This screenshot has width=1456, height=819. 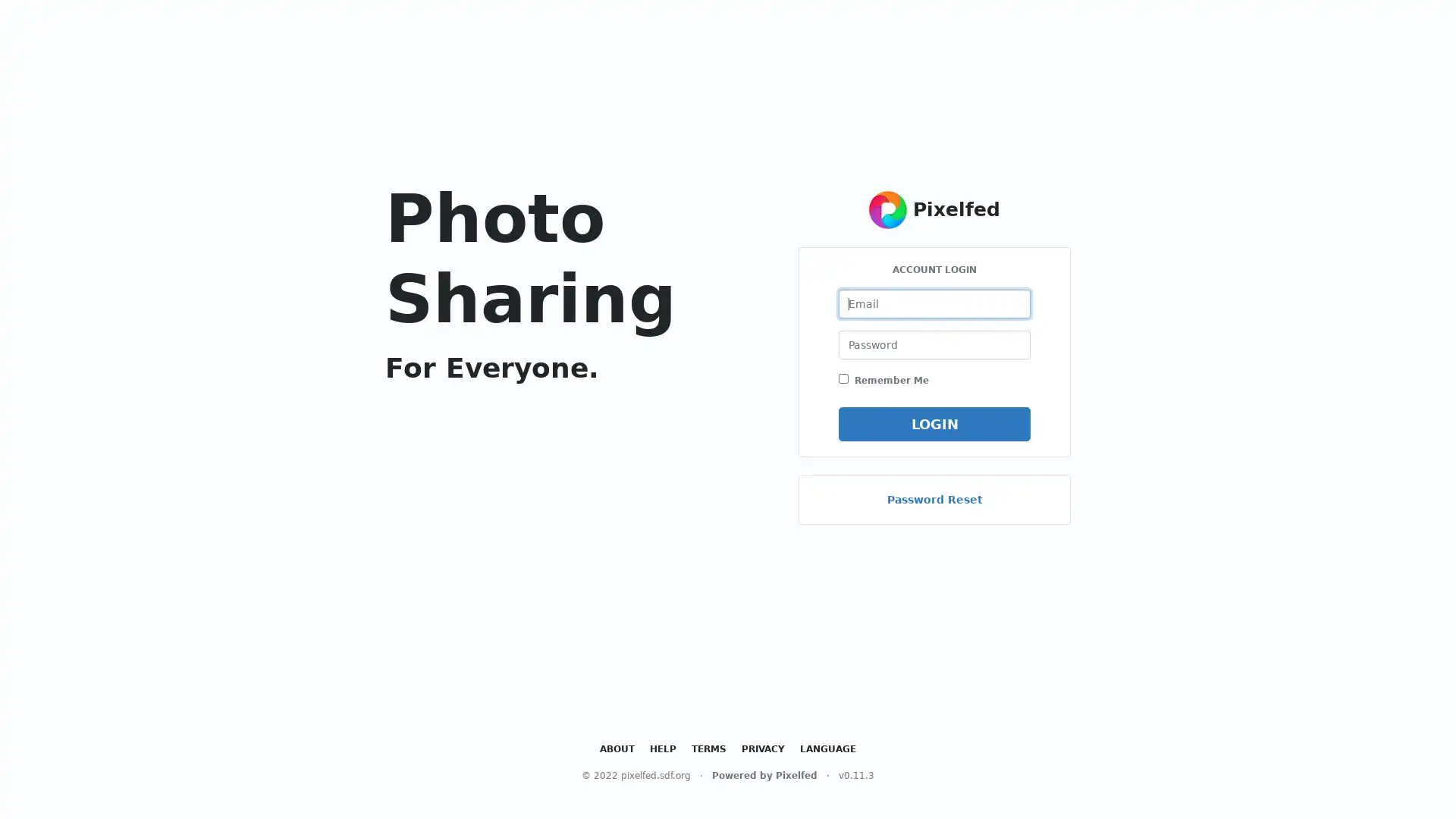 What do you see at coordinates (934, 423) in the screenshot?
I see `LOGIN` at bounding box center [934, 423].